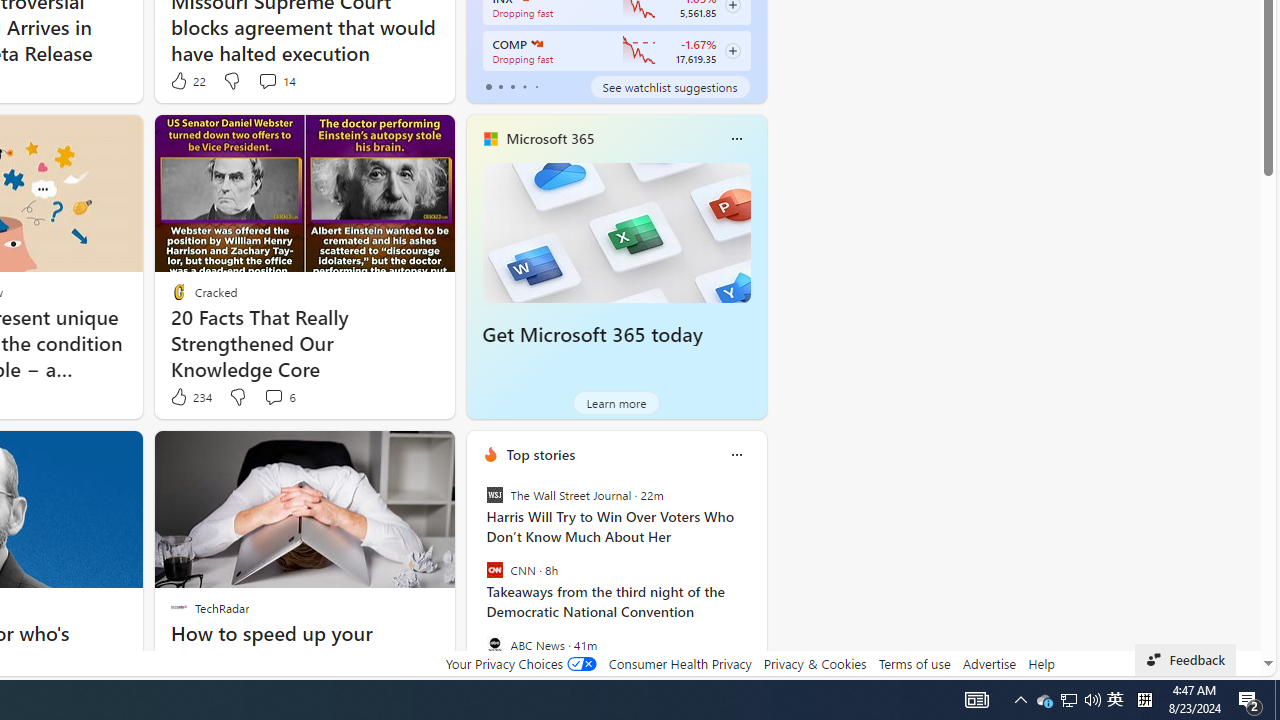 Image resolution: width=1280 pixels, height=720 pixels. Describe the element at coordinates (488, 86) in the screenshot. I see `'tab-0'` at that location.